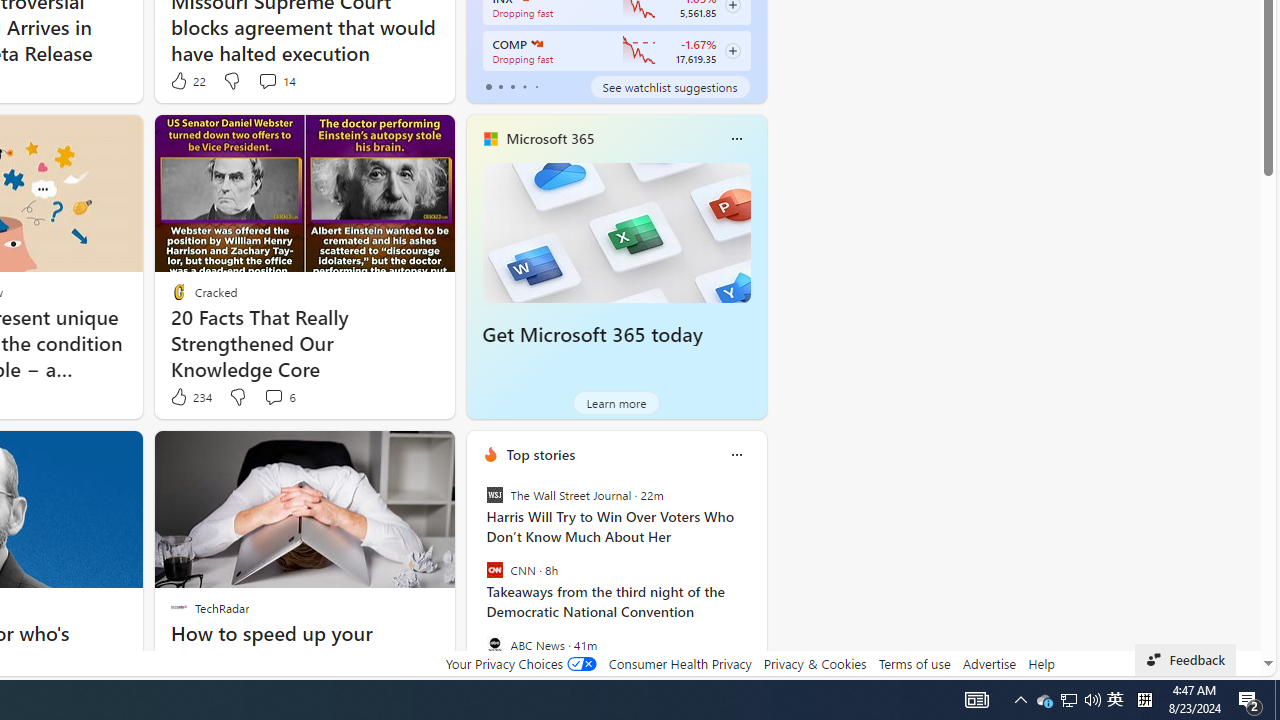 Image resolution: width=1280 pixels, height=720 pixels. Describe the element at coordinates (488, 86) in the screenshot. I see `'tab-0'` at that location.